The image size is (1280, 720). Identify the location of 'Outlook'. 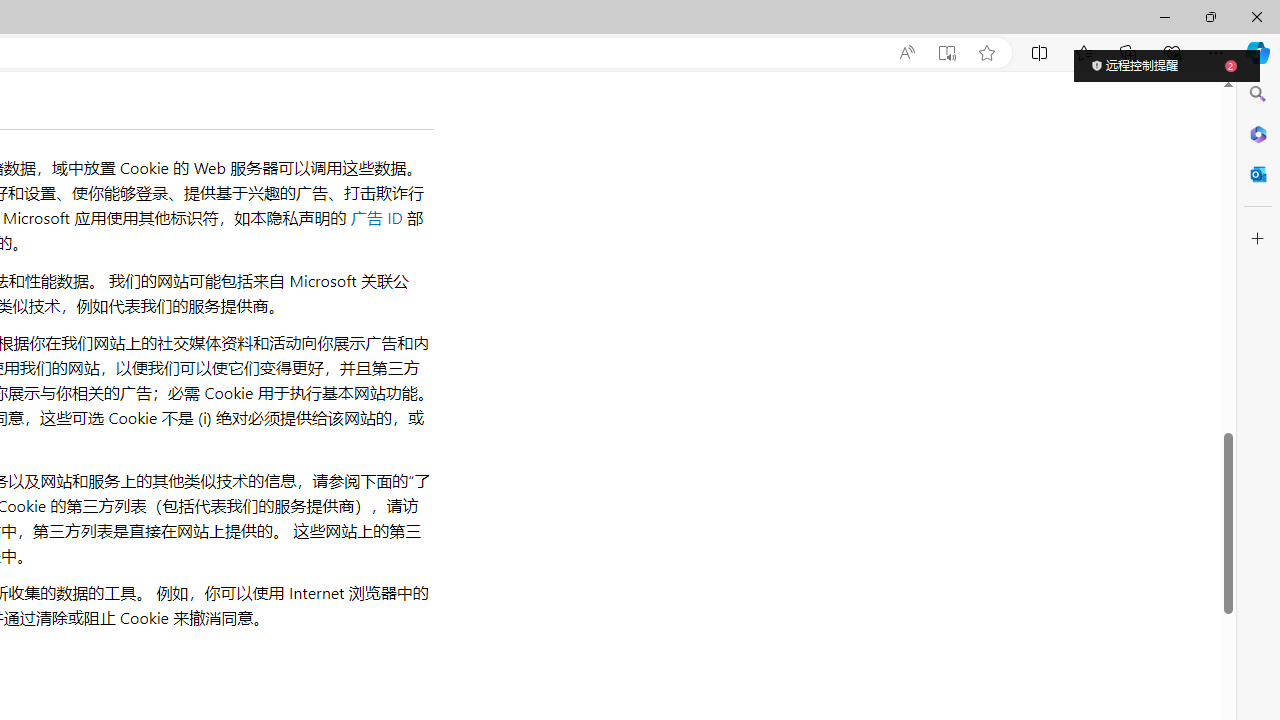
(1257, 173).